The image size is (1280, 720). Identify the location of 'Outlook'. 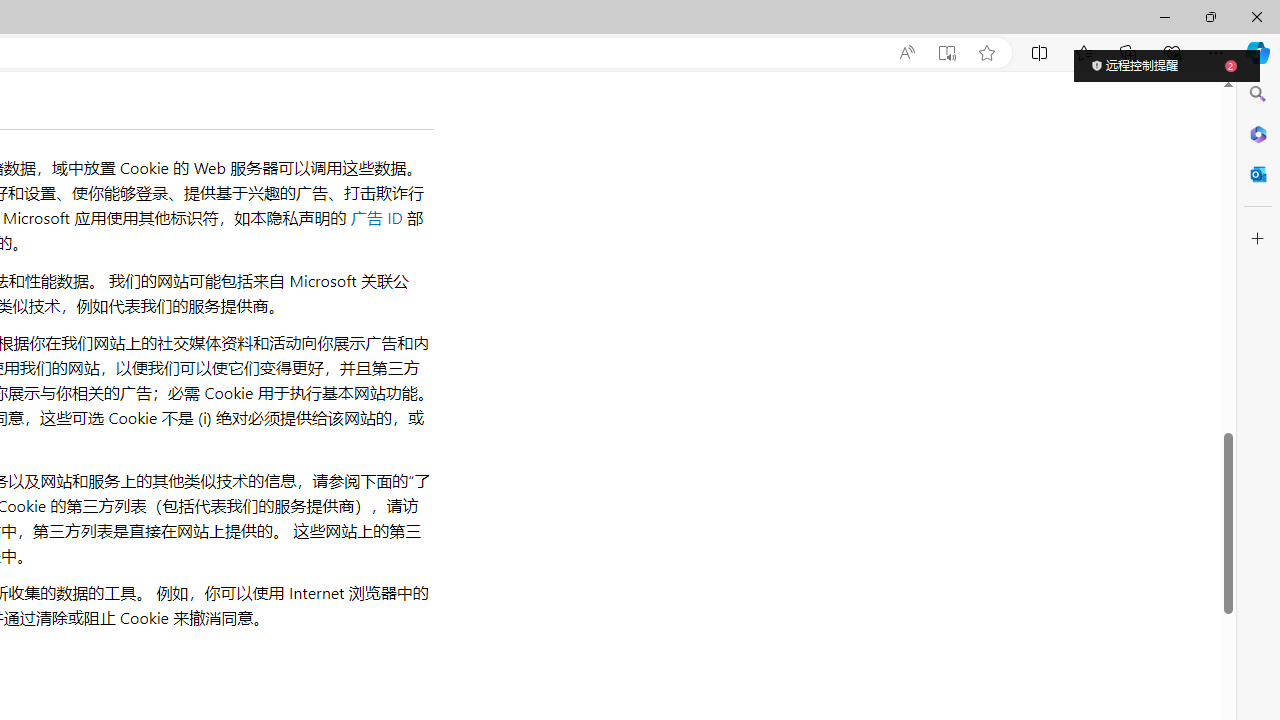
(1257, 173).